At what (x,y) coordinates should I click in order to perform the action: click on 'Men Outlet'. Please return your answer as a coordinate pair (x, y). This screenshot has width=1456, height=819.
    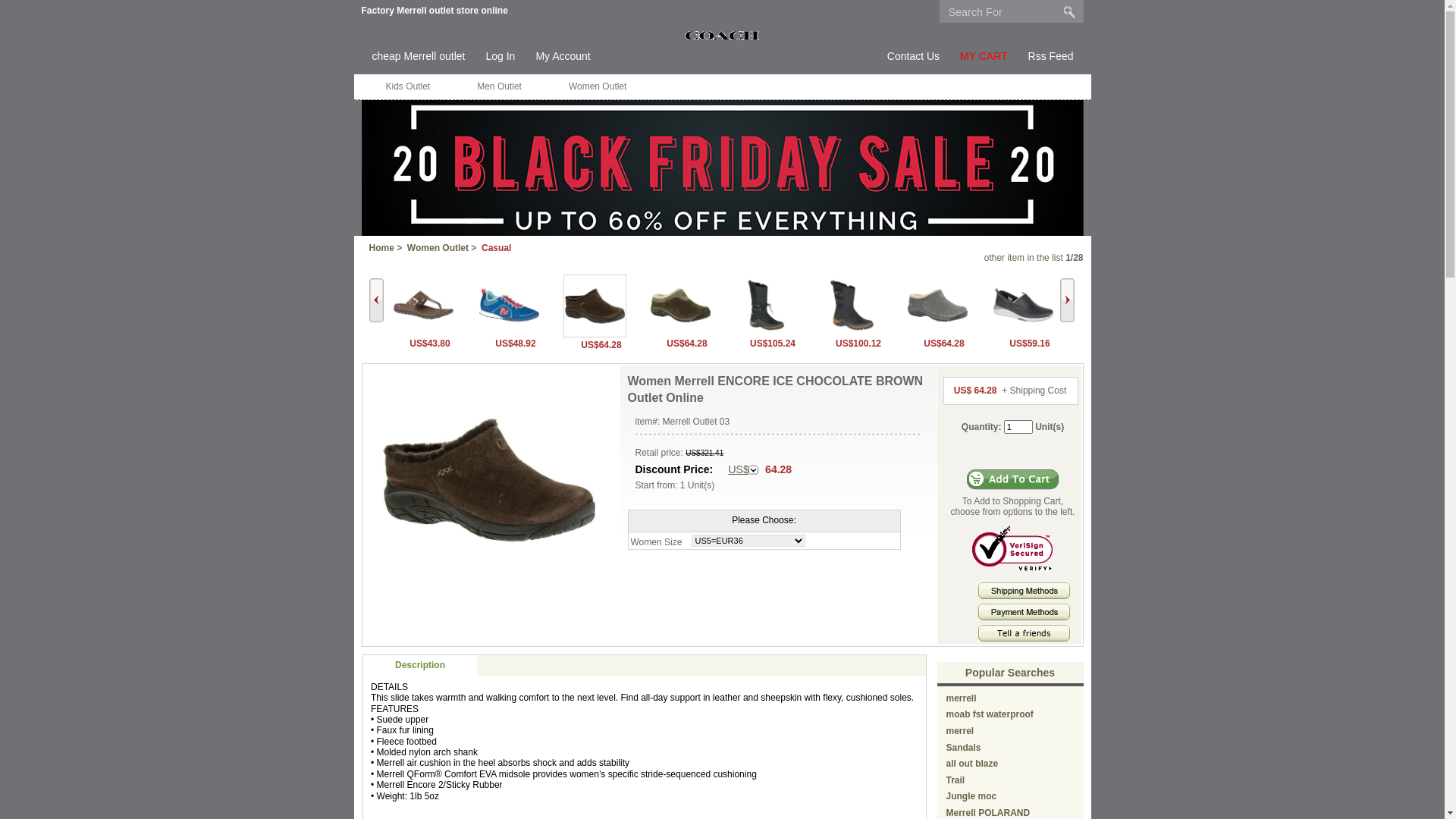
    Looking at the image, I should click on (453, 86).